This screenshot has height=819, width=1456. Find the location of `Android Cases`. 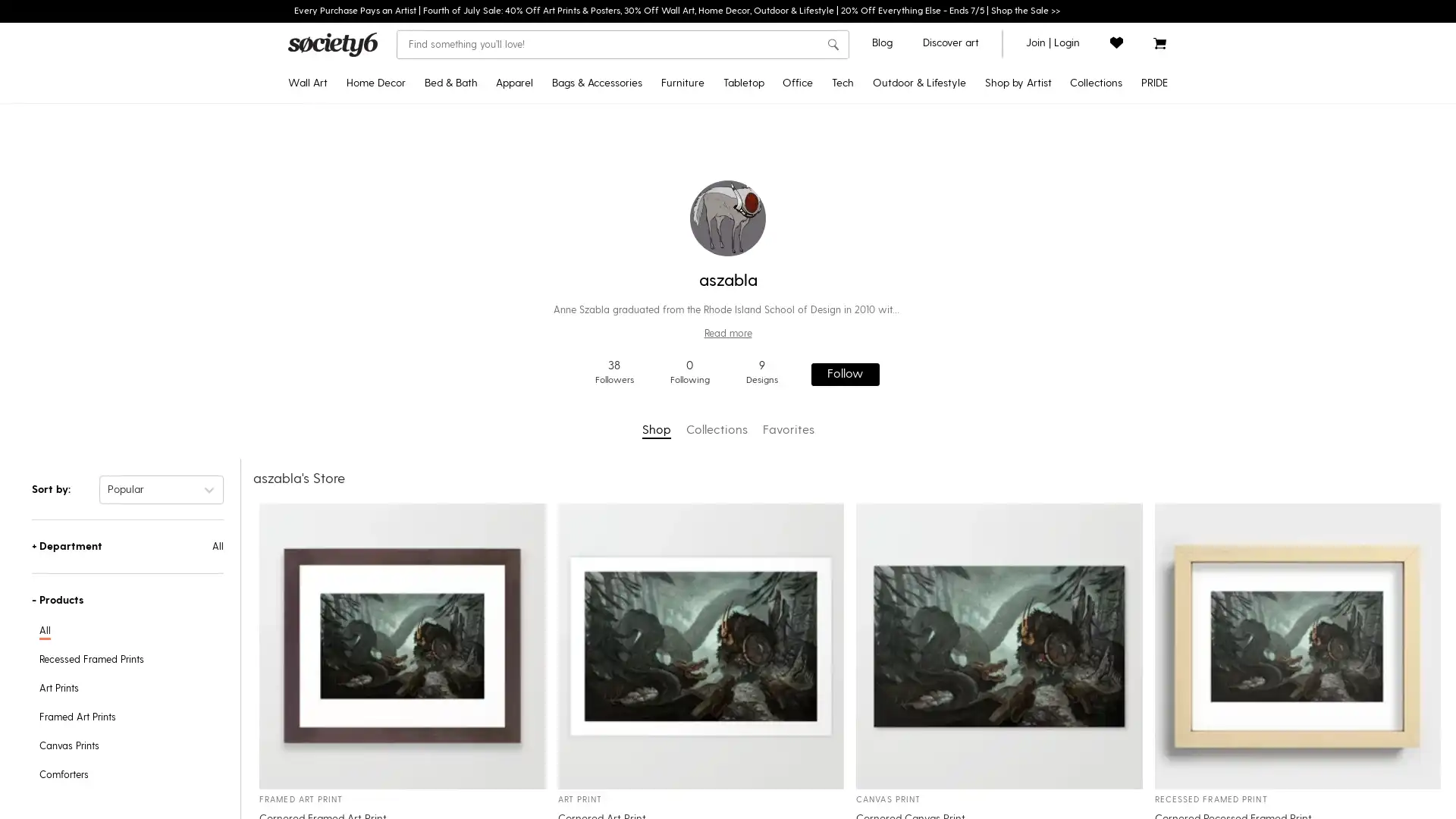

Android Cases is located at coordinates (896, 146).